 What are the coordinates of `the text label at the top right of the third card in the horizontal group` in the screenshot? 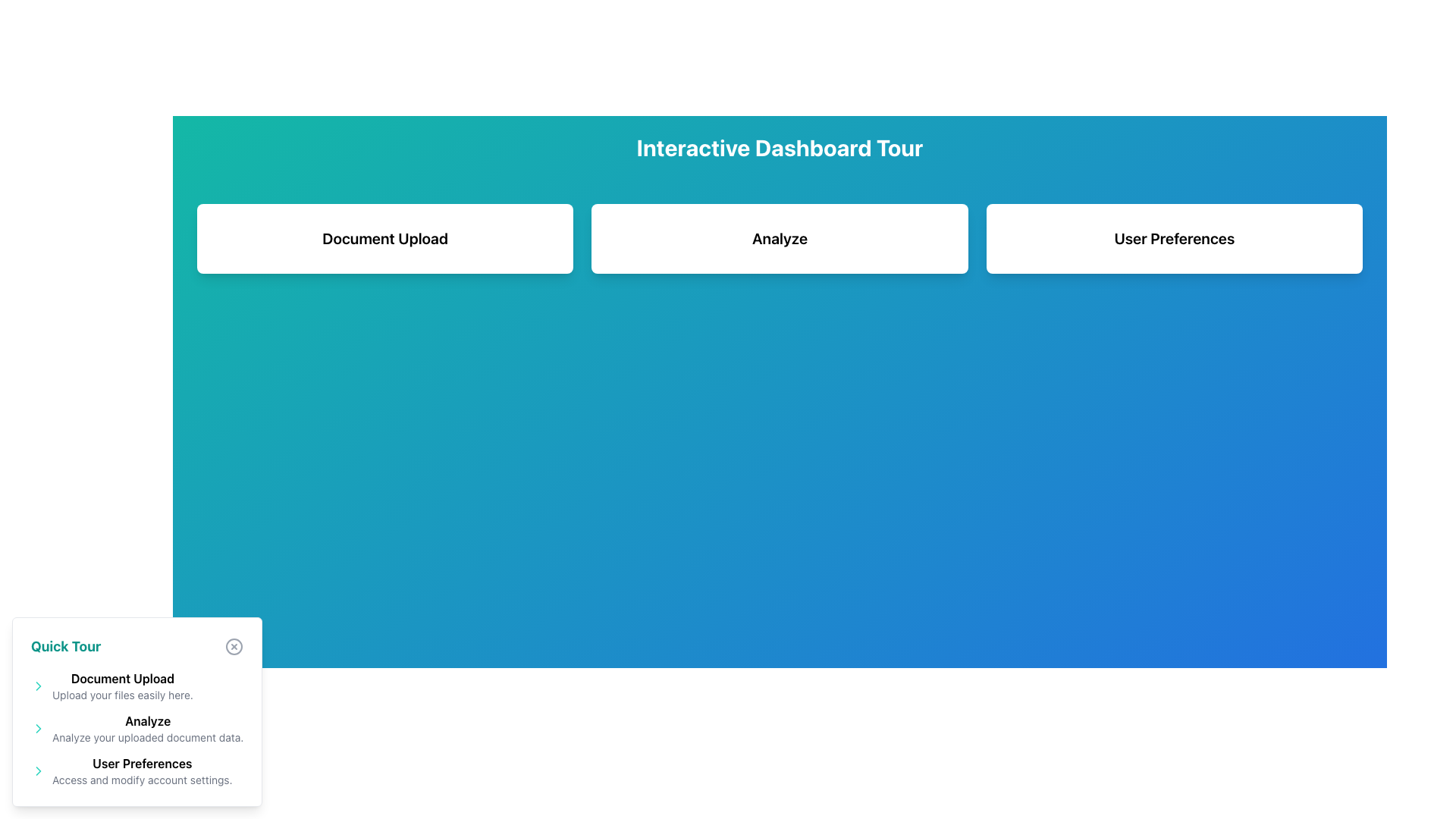 It's located at (1173, 239).